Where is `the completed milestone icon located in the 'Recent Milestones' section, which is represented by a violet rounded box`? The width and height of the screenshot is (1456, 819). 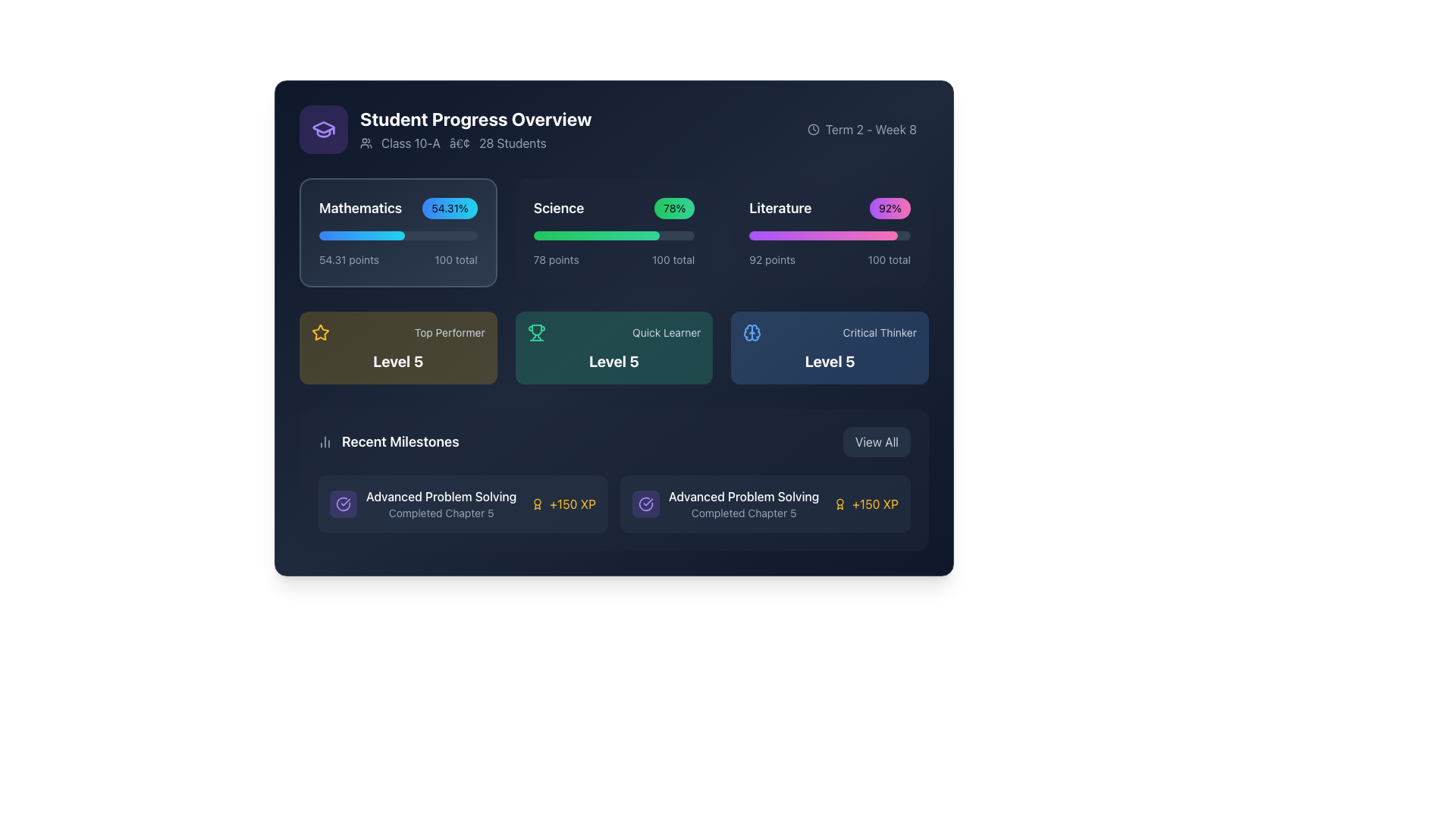
the completed milestone icon located in the 'Recent Milestones' section, which is represented by a violet rounded box is located at coordinates (645, 504).